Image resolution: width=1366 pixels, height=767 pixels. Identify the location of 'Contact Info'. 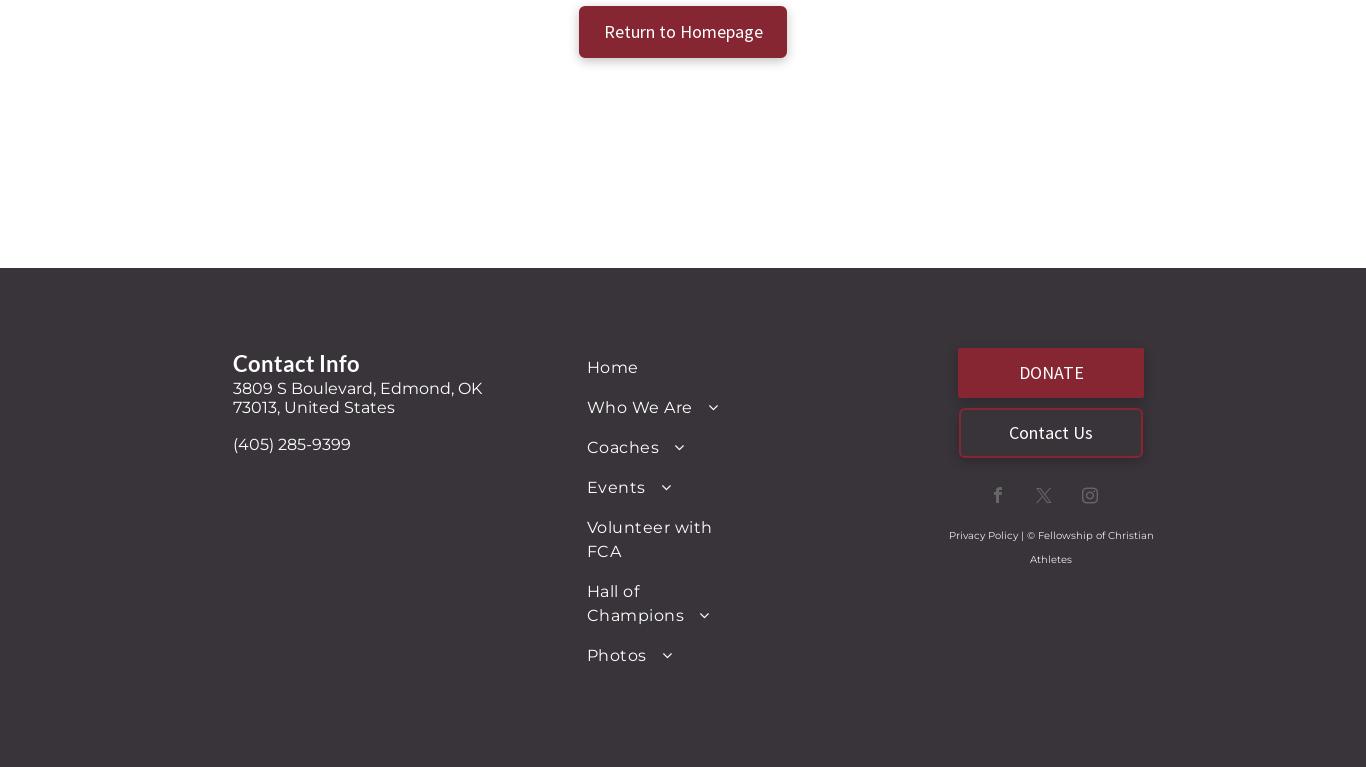
(296, 361).